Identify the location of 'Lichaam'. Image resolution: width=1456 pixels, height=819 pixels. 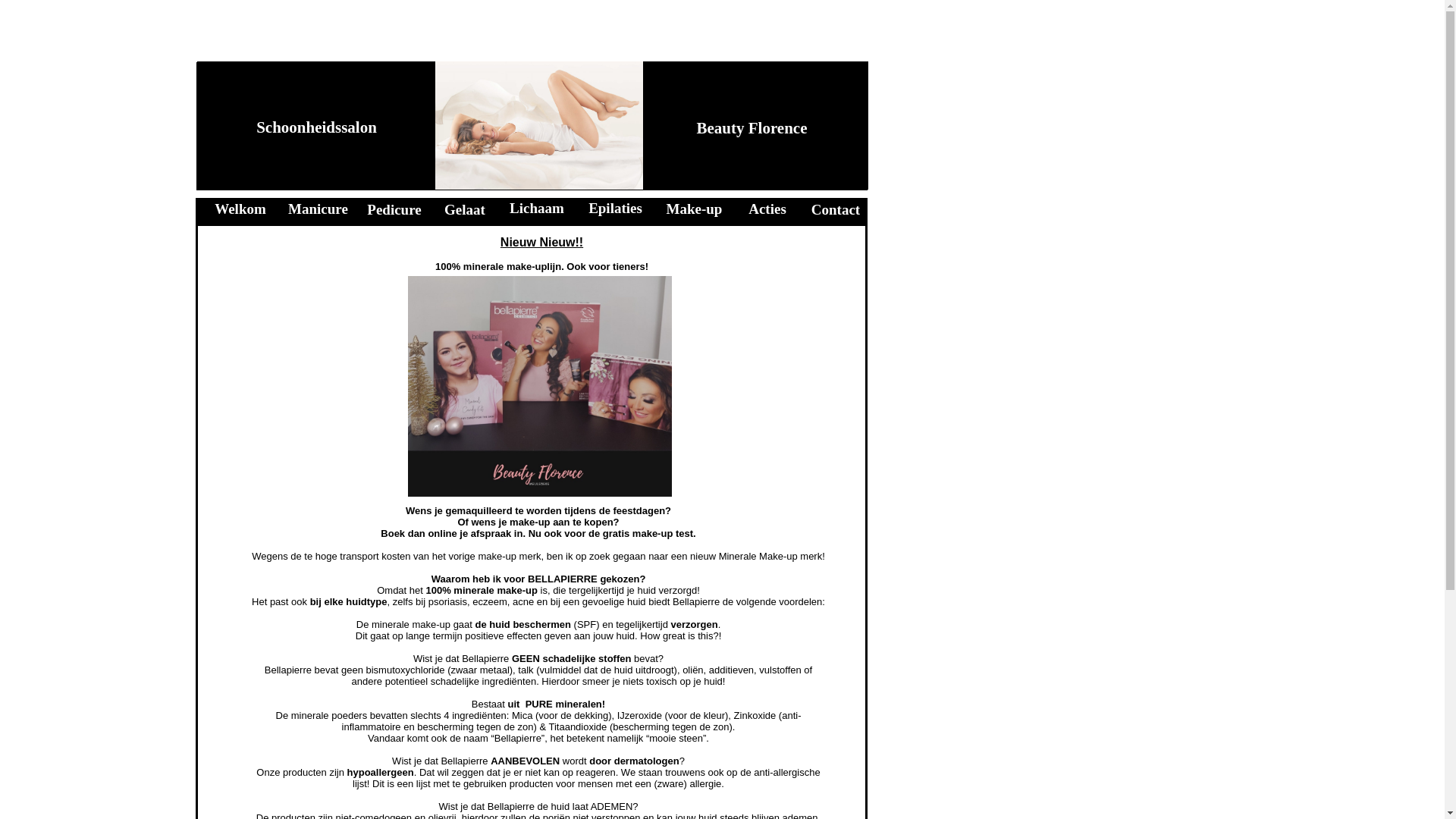
(537, 208).